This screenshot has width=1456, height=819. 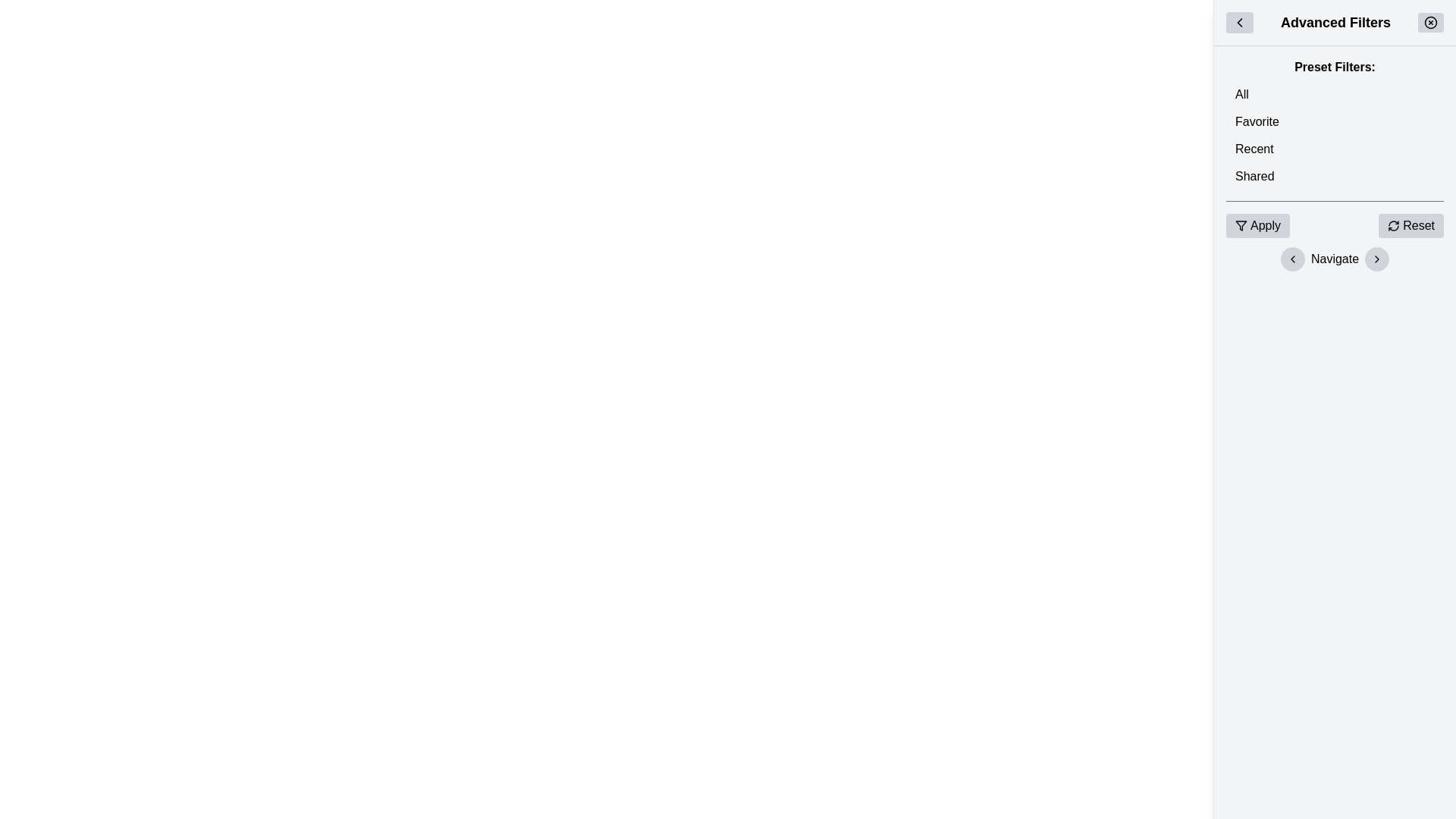 What do you see at coordinates (1429, 23) in the screenshot?
I see `the circular button with an 'X' icon located to the far-right of the 'Advanced Filters' header to change its background color` at bounding box center [1429, 23].